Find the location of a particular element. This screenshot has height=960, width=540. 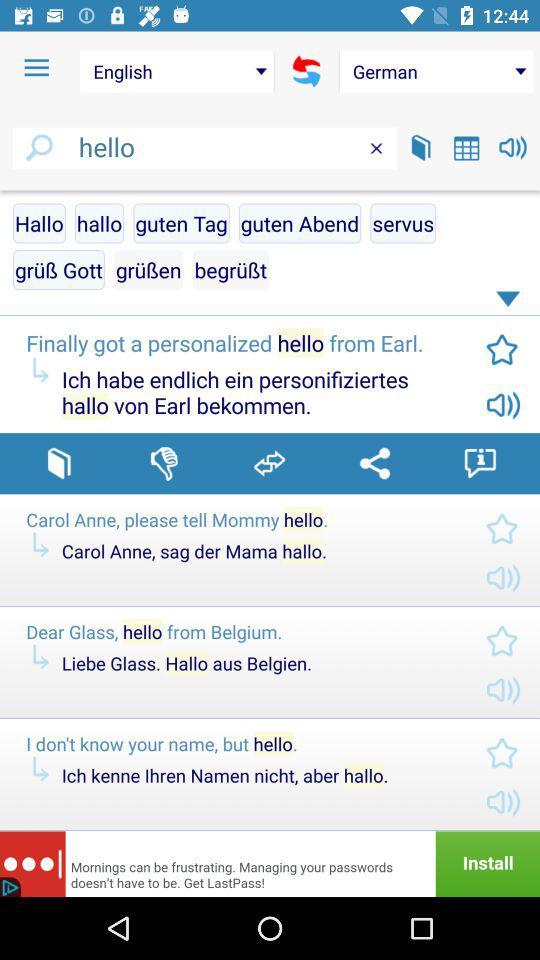

the i don t icon is located at coordinates (239, 743).